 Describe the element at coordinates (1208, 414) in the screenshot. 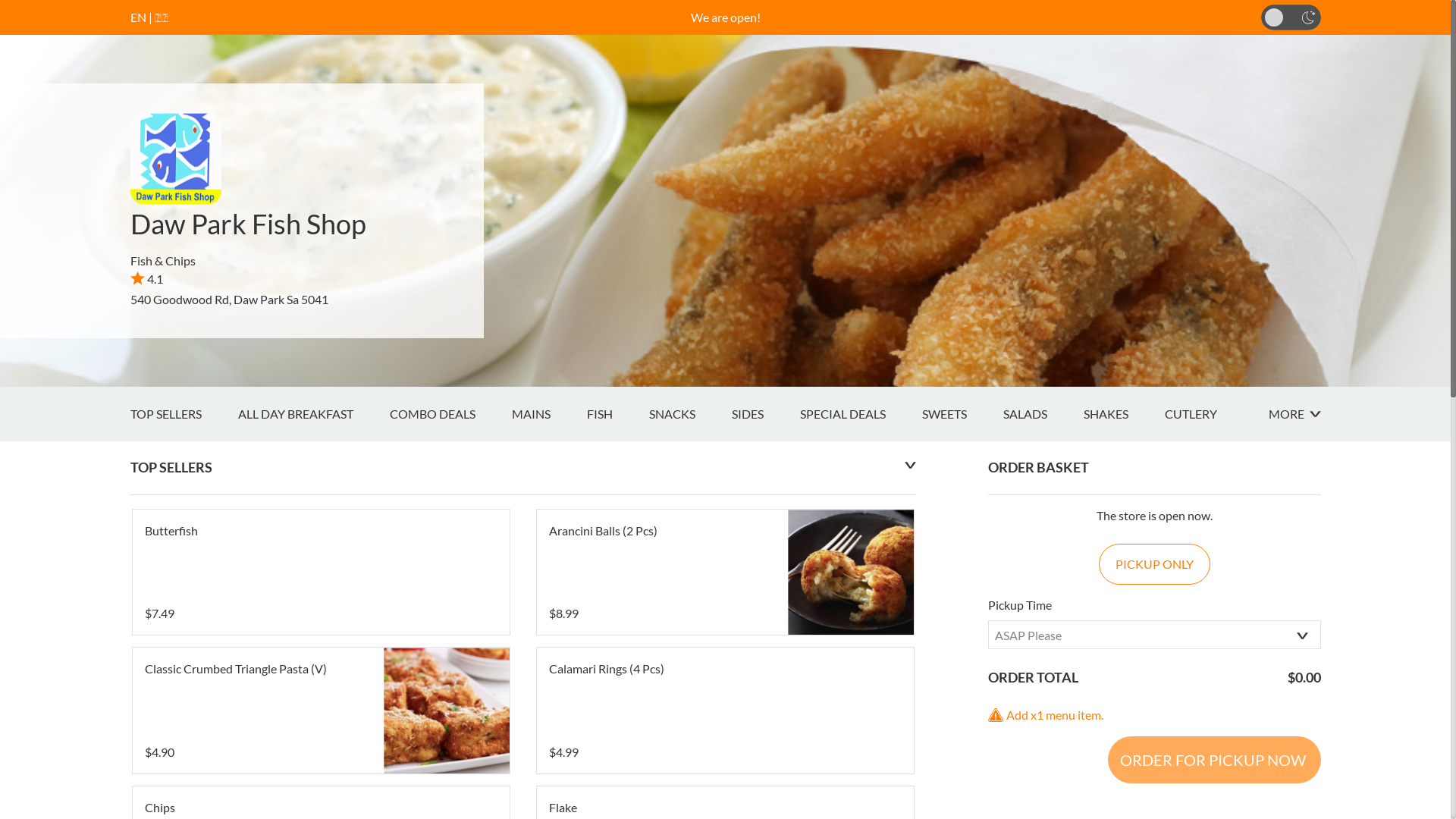

I see `'CUTLERY'` at that location.